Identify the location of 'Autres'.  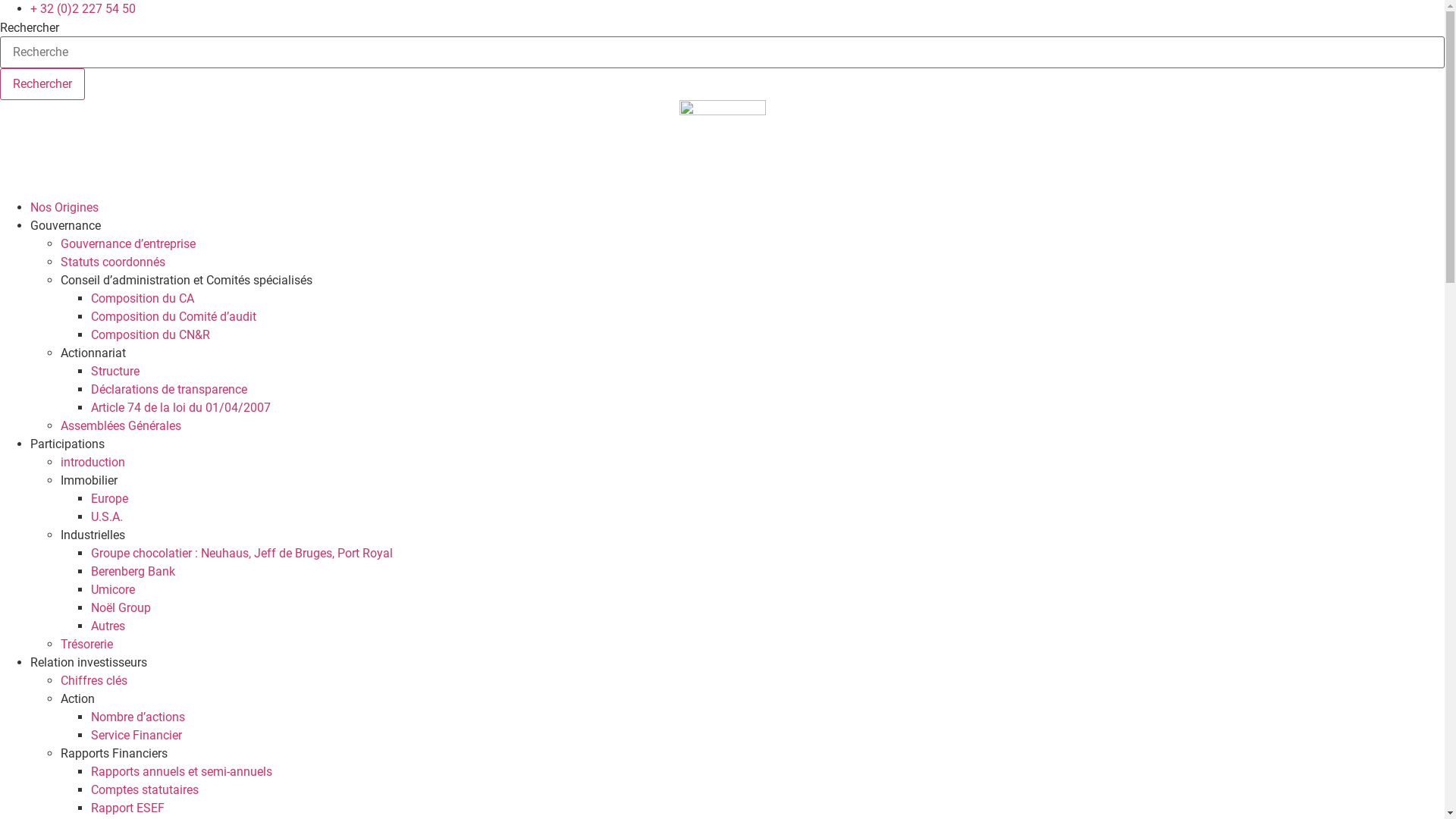
(90, 626).